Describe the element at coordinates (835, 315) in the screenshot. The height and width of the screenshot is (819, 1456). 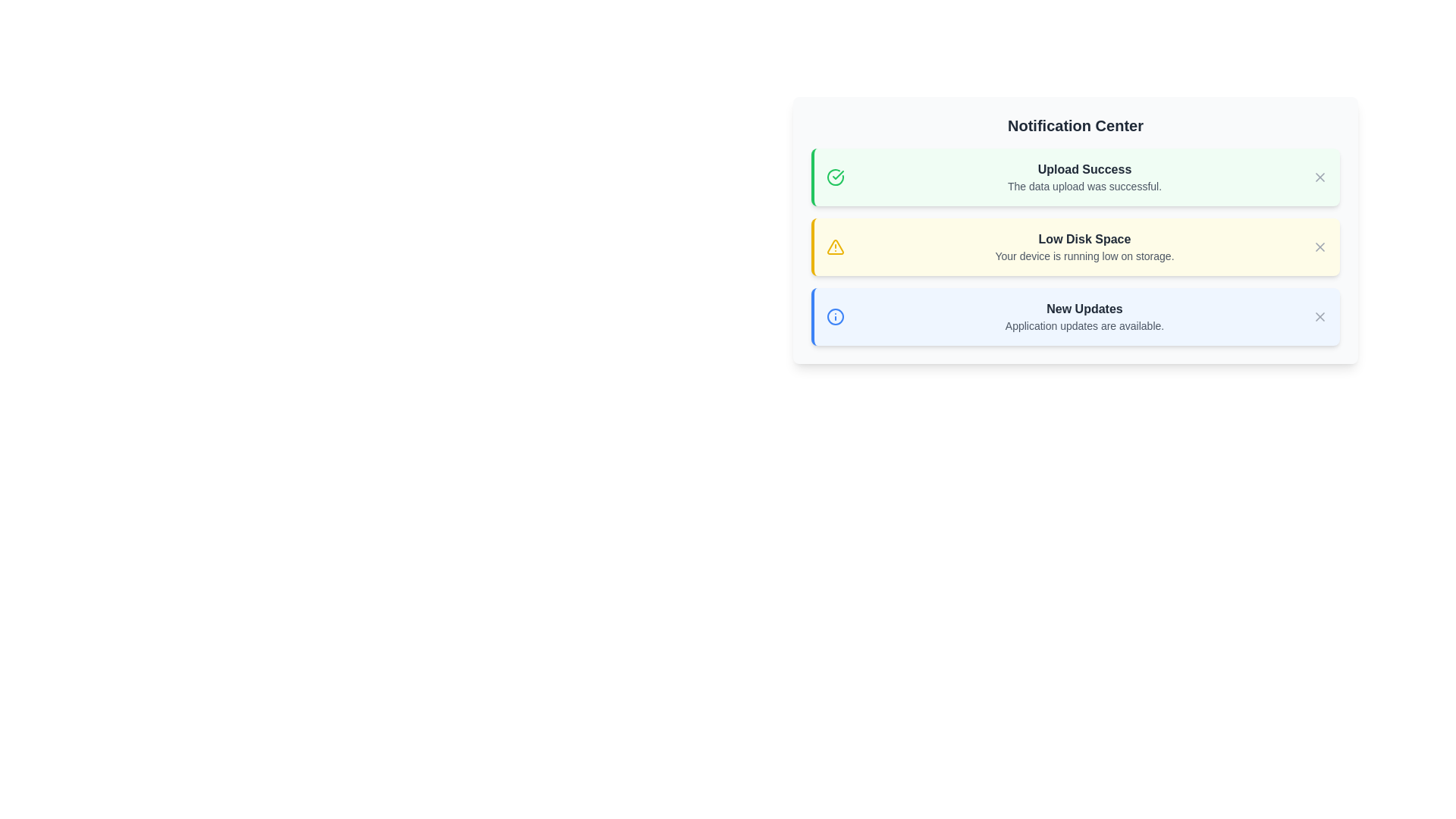
I see `the outer circle of the icon in the 'New Updates' notification card, which has a blue stroke and a white background` at that location.